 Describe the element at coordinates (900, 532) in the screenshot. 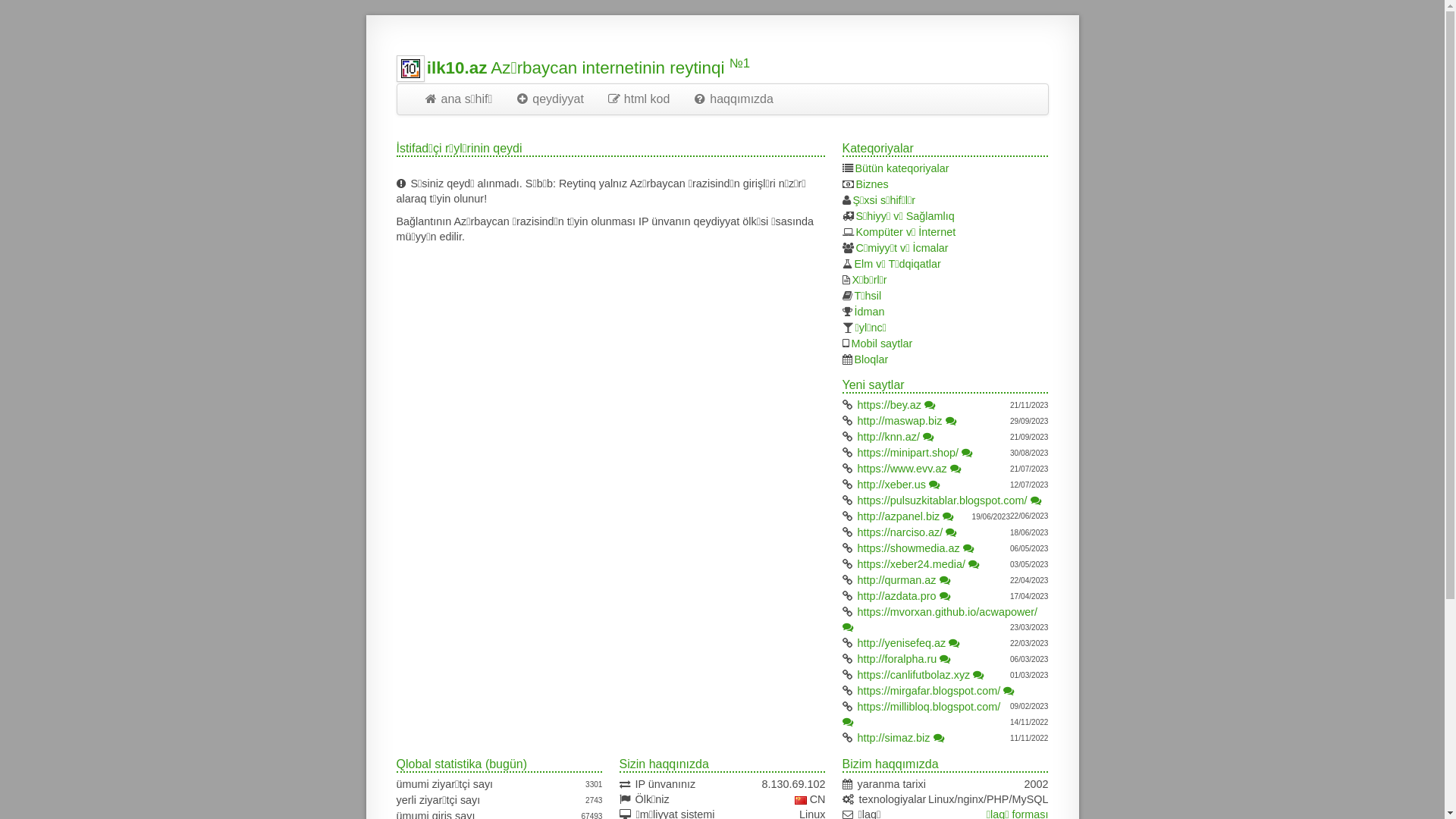

I see `'https://narciso.az/'` at that location.